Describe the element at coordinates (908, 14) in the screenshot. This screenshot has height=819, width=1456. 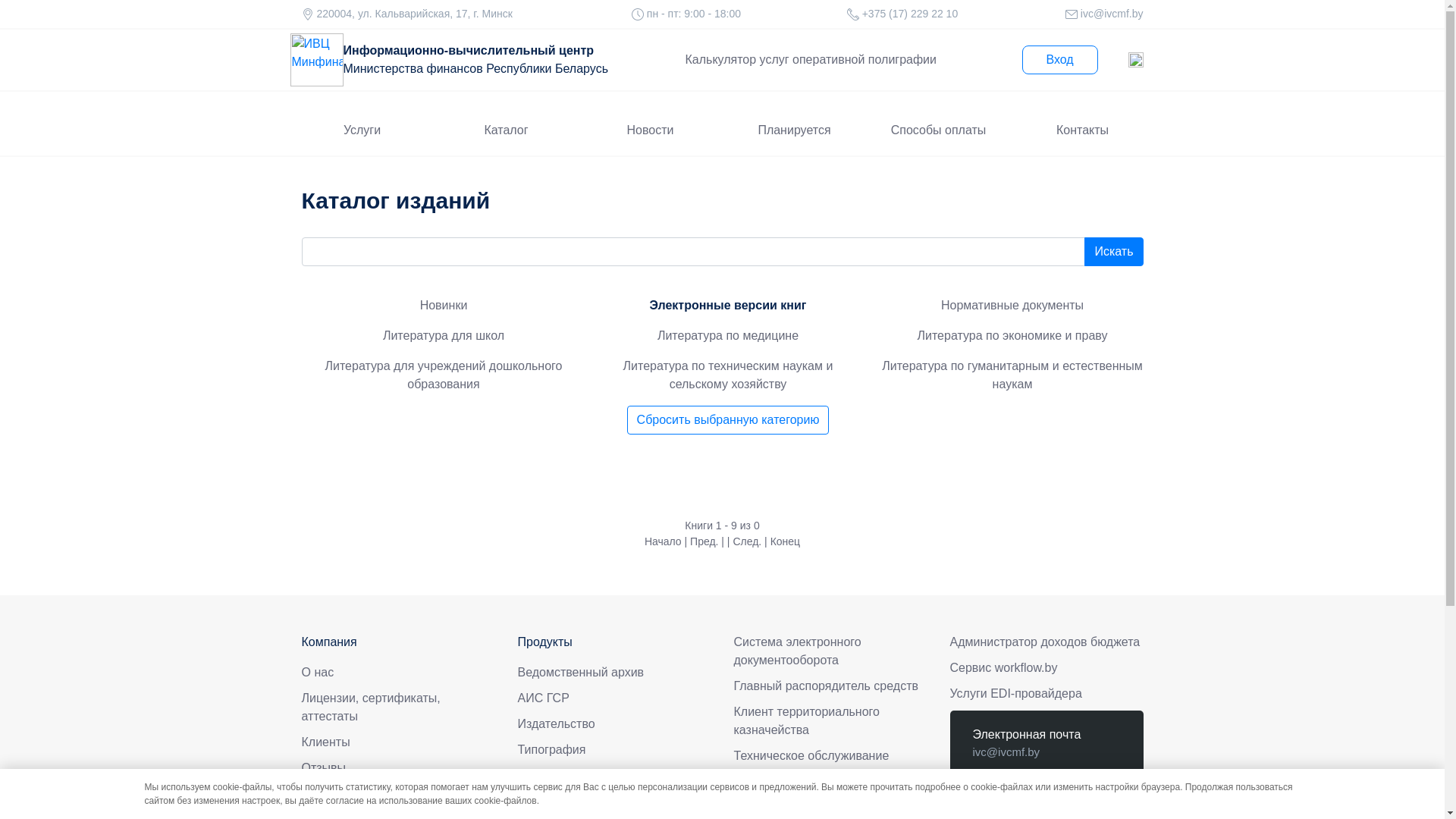
I see `'+375 (17) 229 22 10'` at that location.